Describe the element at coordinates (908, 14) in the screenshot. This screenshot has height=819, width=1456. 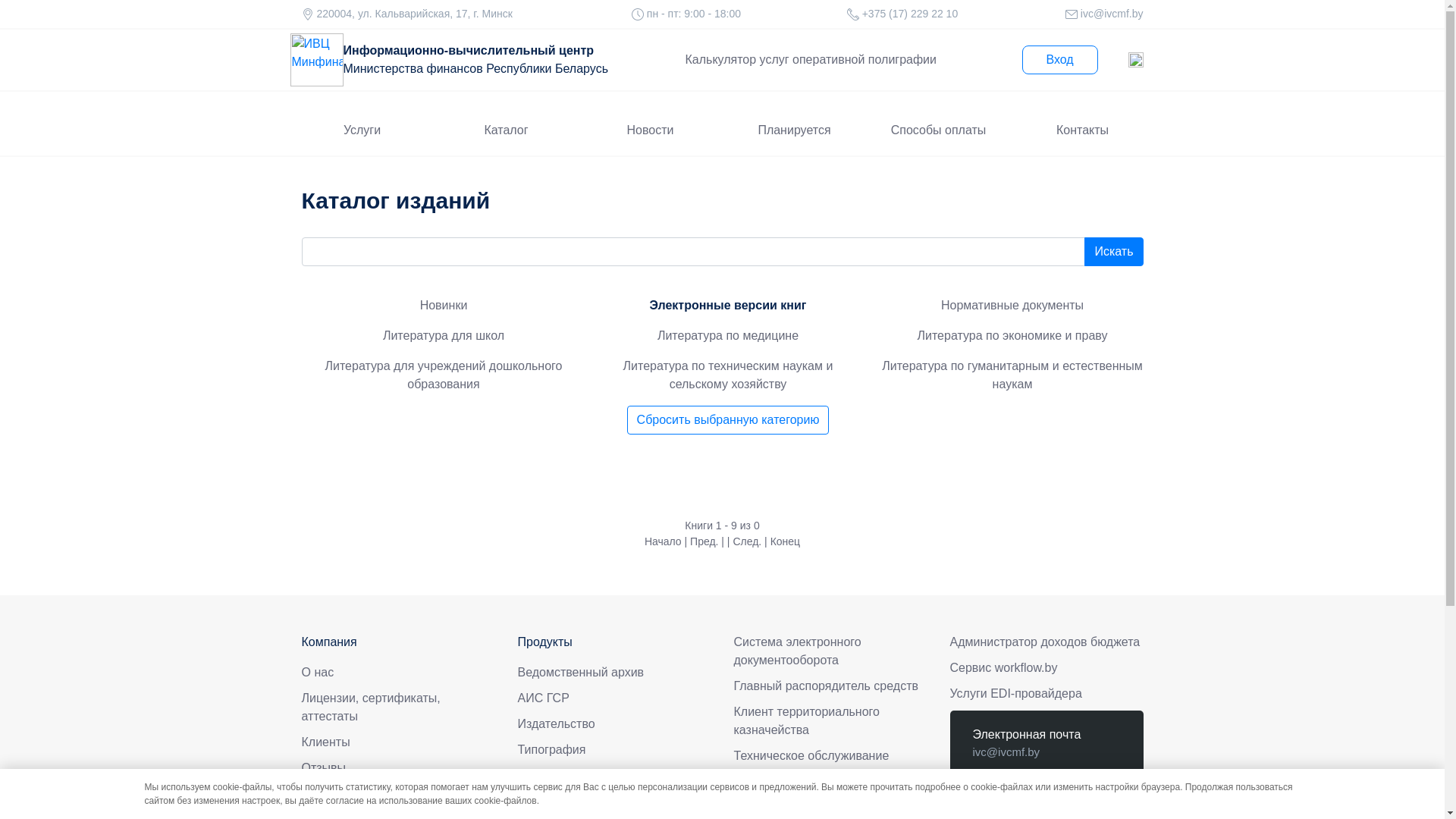
I see `'+375 (17) 229 22 10'` at that location.